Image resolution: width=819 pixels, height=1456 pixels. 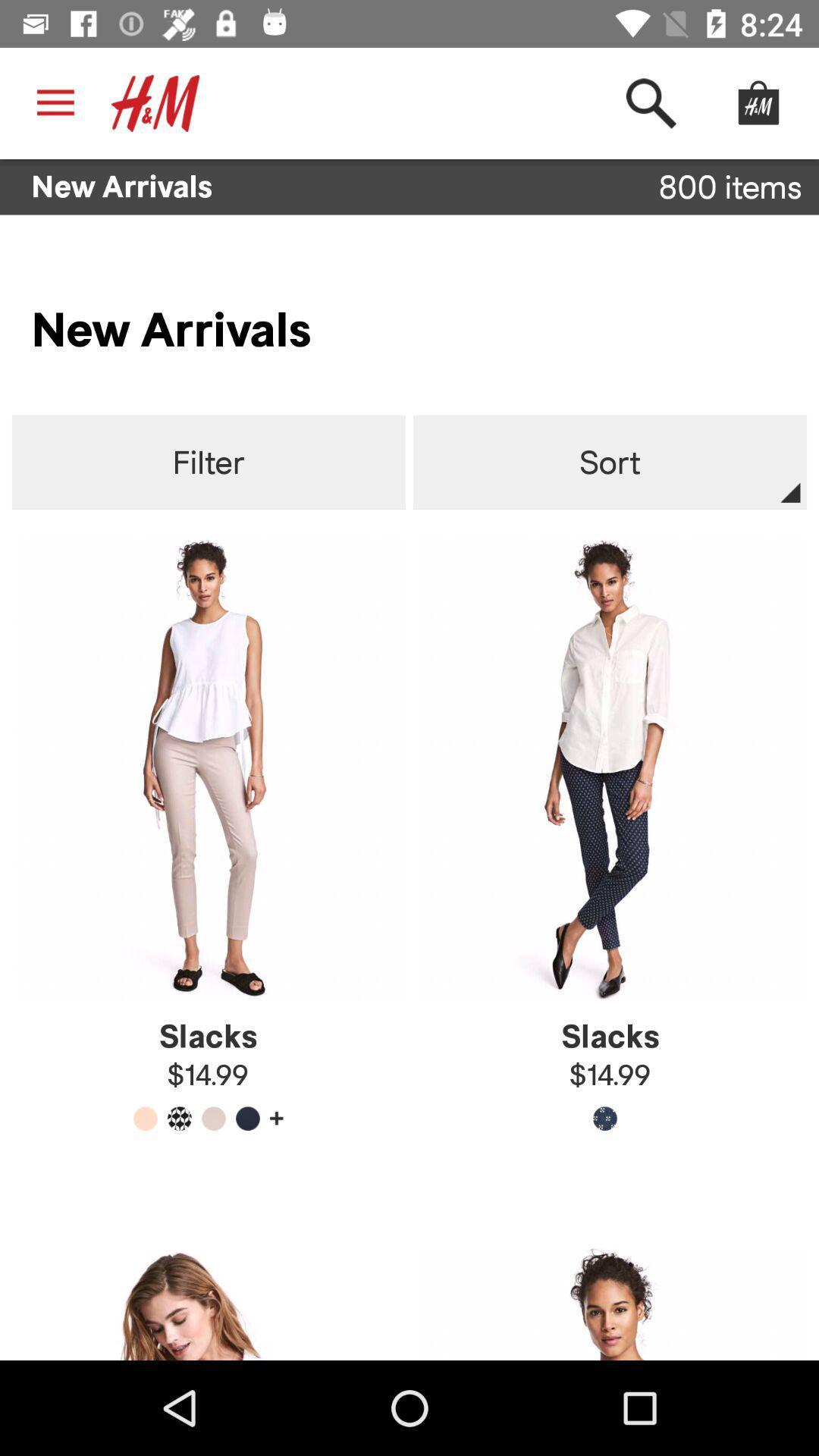 What do you see at coordinates (155, 102) in the screenshot?
I see `the hm icon at top left corner` at bounding box center [155, 102].